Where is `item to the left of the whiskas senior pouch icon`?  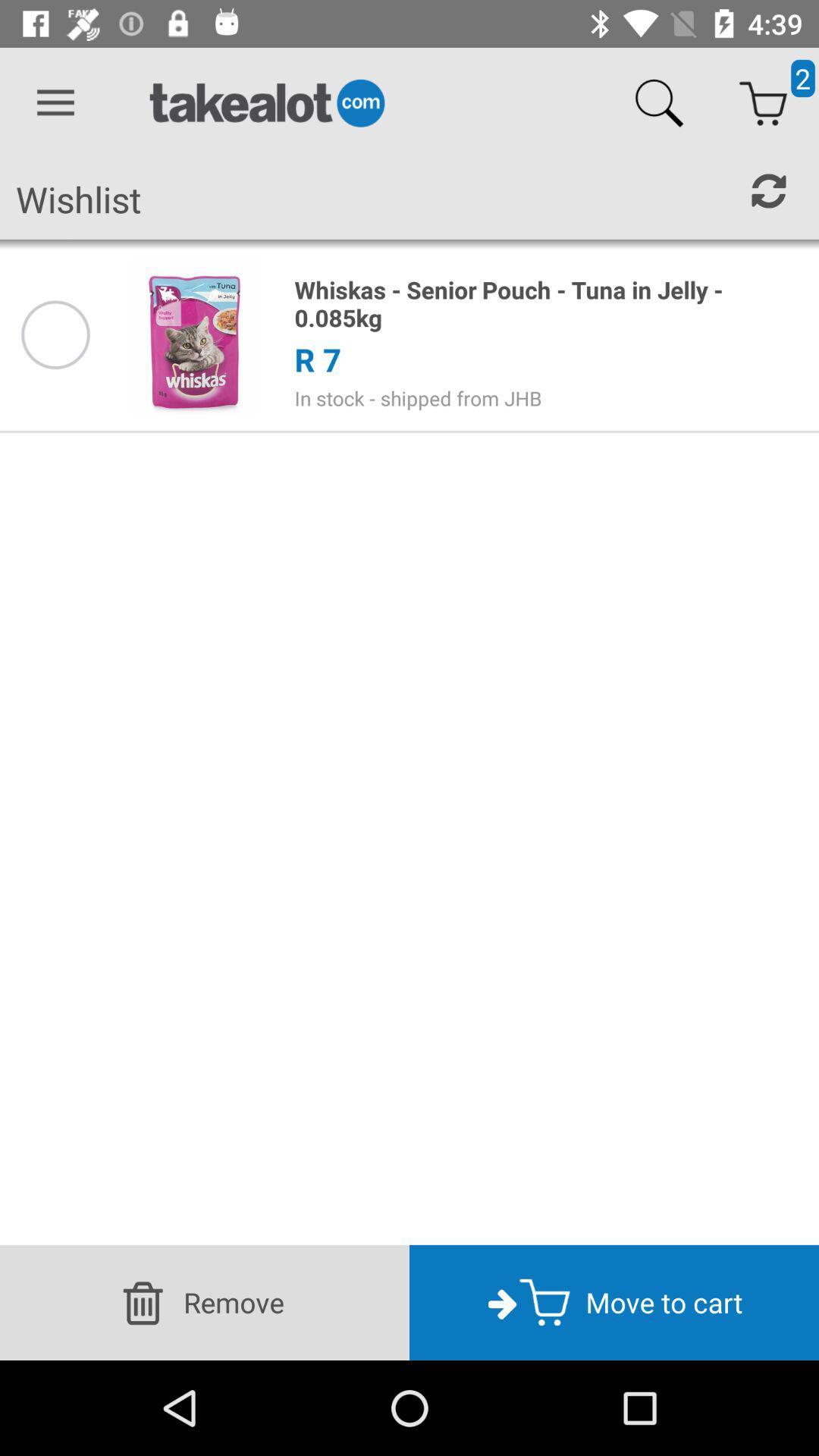 item to the left of the whiskas senior pouch icon is located at coordinates (194, 334).